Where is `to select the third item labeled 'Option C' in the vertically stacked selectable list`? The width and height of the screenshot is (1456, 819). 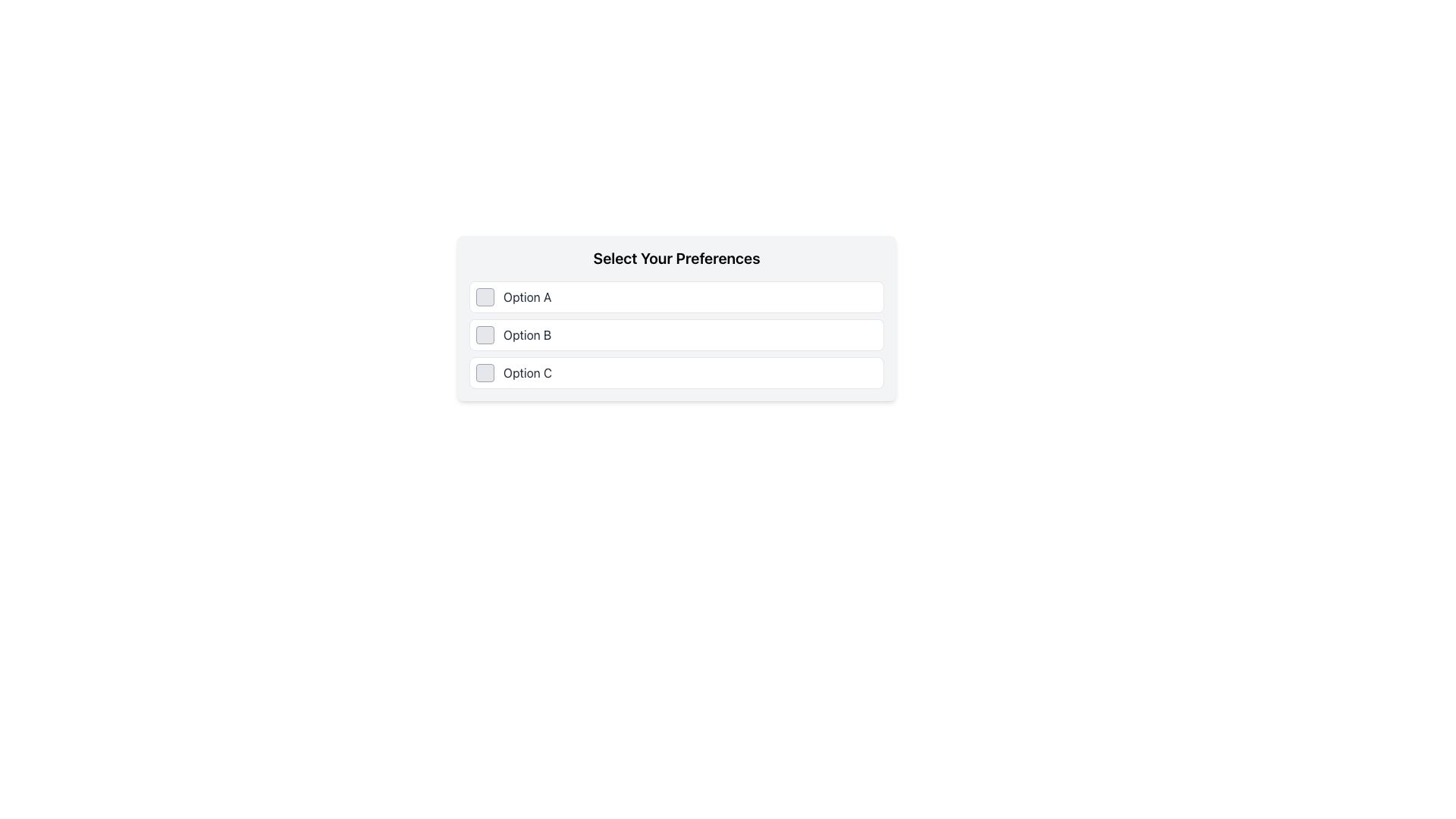
to select the third item labeled 'Option C' in the vertically stacked selectable list is located at coordinates (676, 373).